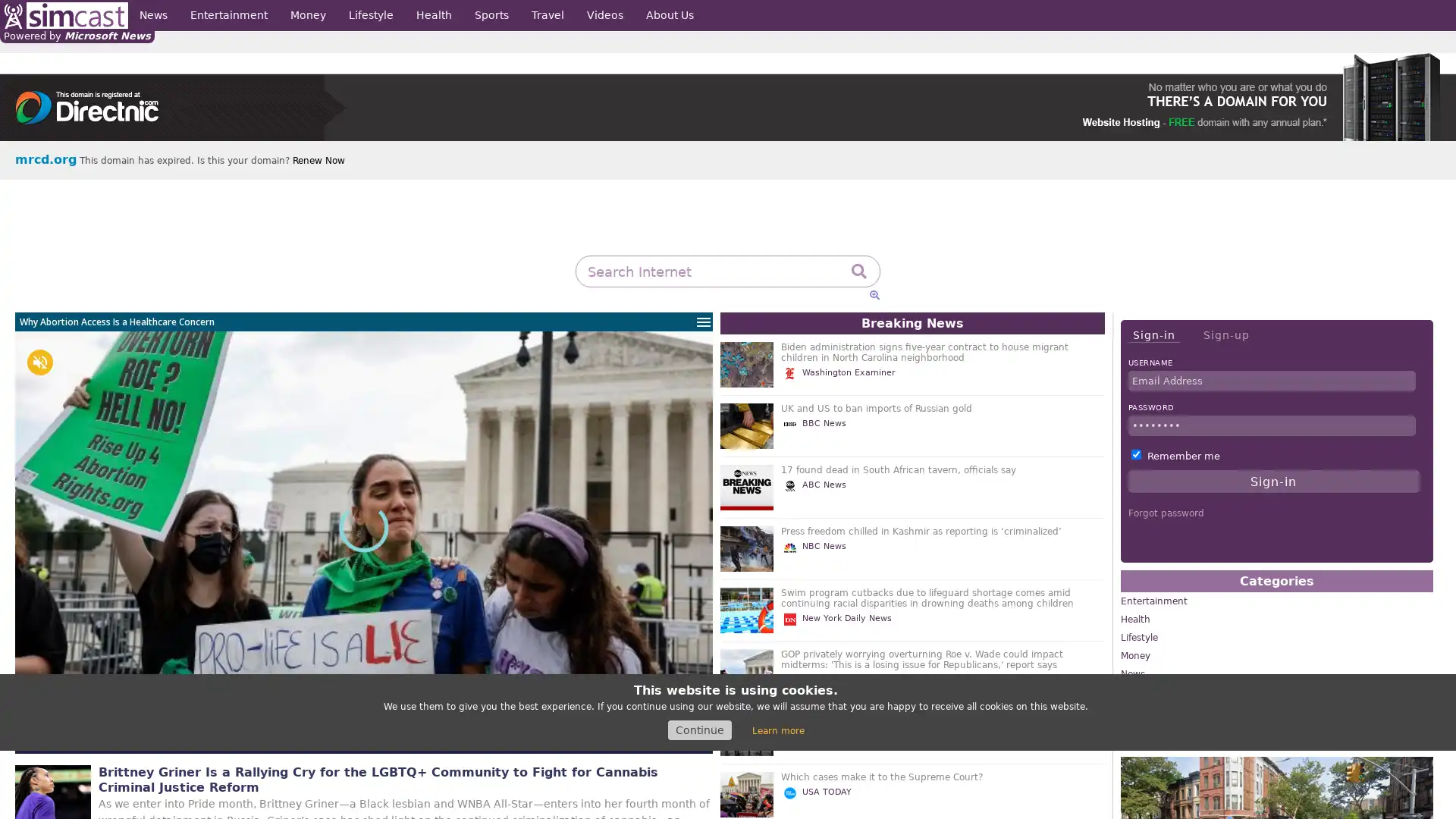  What do you see at coordinates (1153, 334) in the screenshot?
I see `Sign-in` at bounding box center [1153, 334].